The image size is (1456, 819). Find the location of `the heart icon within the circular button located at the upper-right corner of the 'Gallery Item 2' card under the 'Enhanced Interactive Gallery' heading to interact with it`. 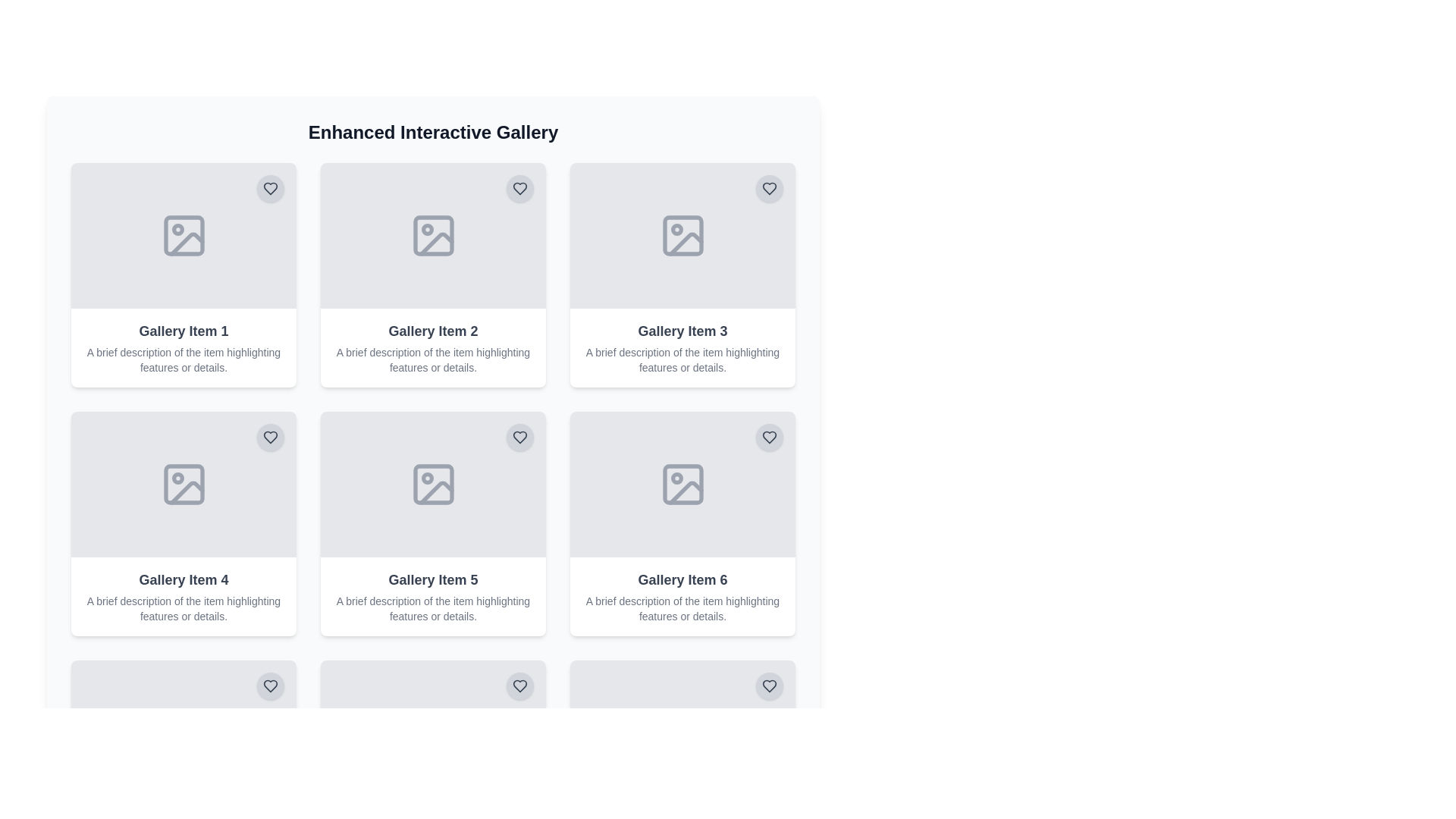

the heart icon within the circular button located at the upper-right corner of the 'Gallery Item 2' card under the 'Enhanced Interactive Gallery' heading to interact with it is located at coordinates (520, 188).